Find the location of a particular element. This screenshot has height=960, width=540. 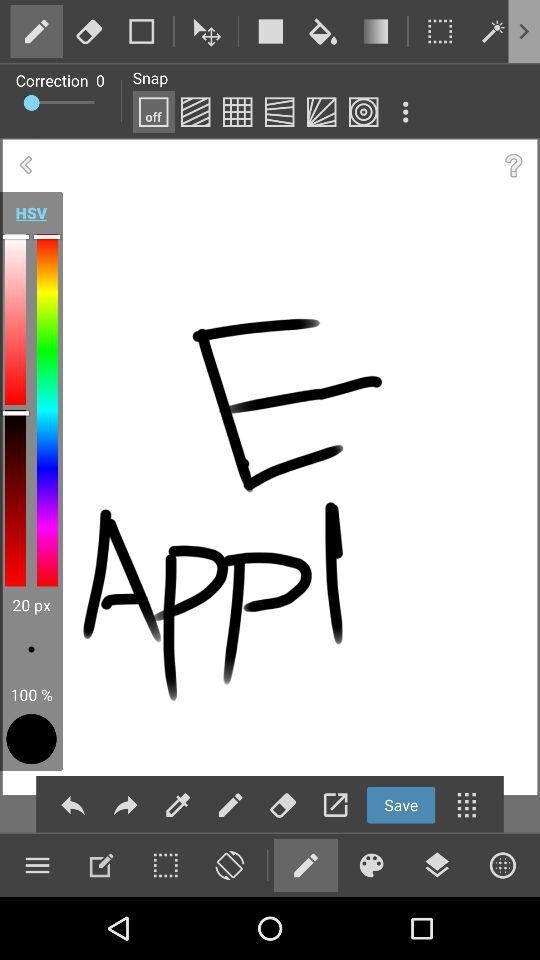

snap to grid off is located at coordinates (152, 112).